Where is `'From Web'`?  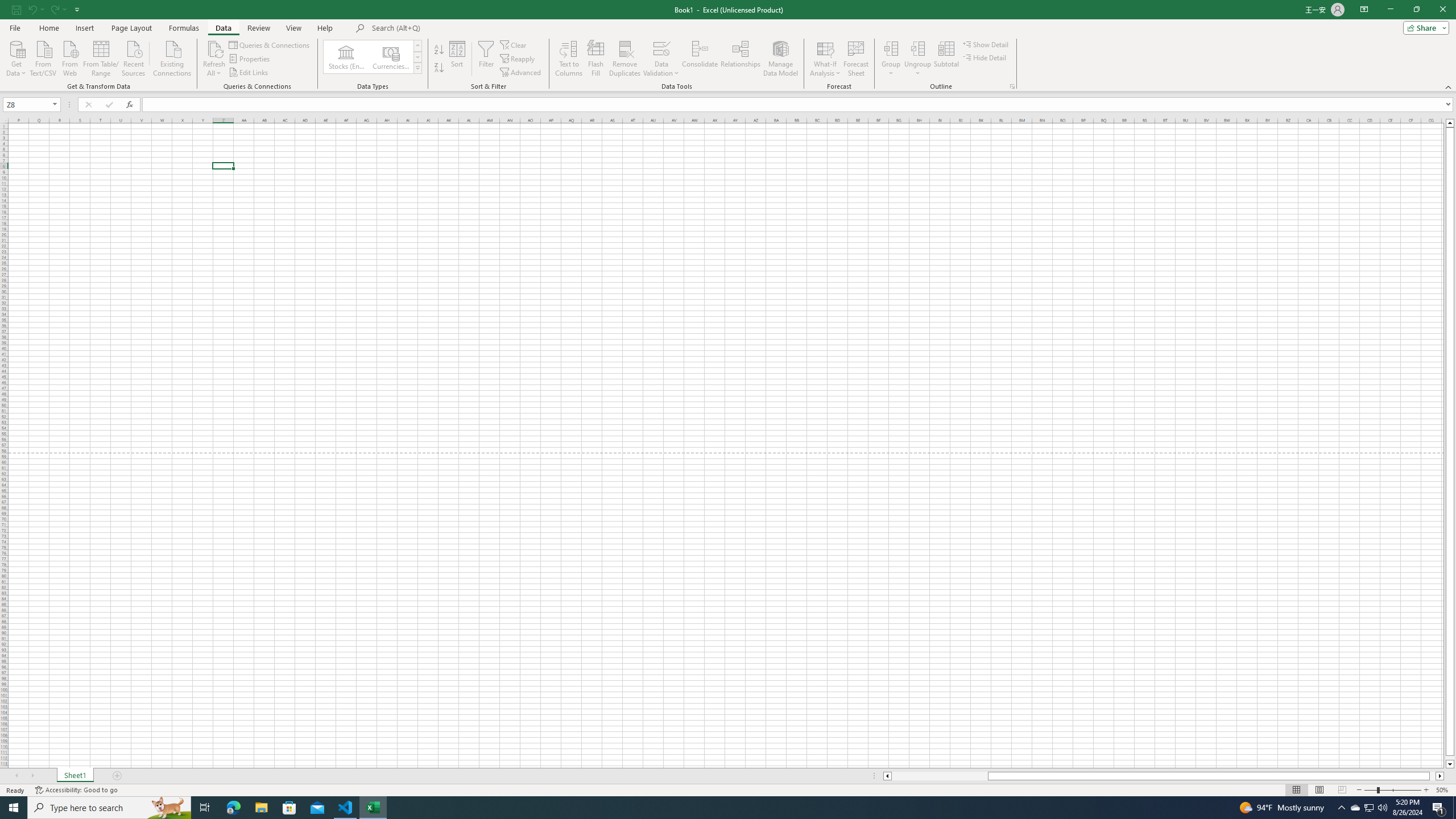
'From Web' is located at coordinates (69, 57).